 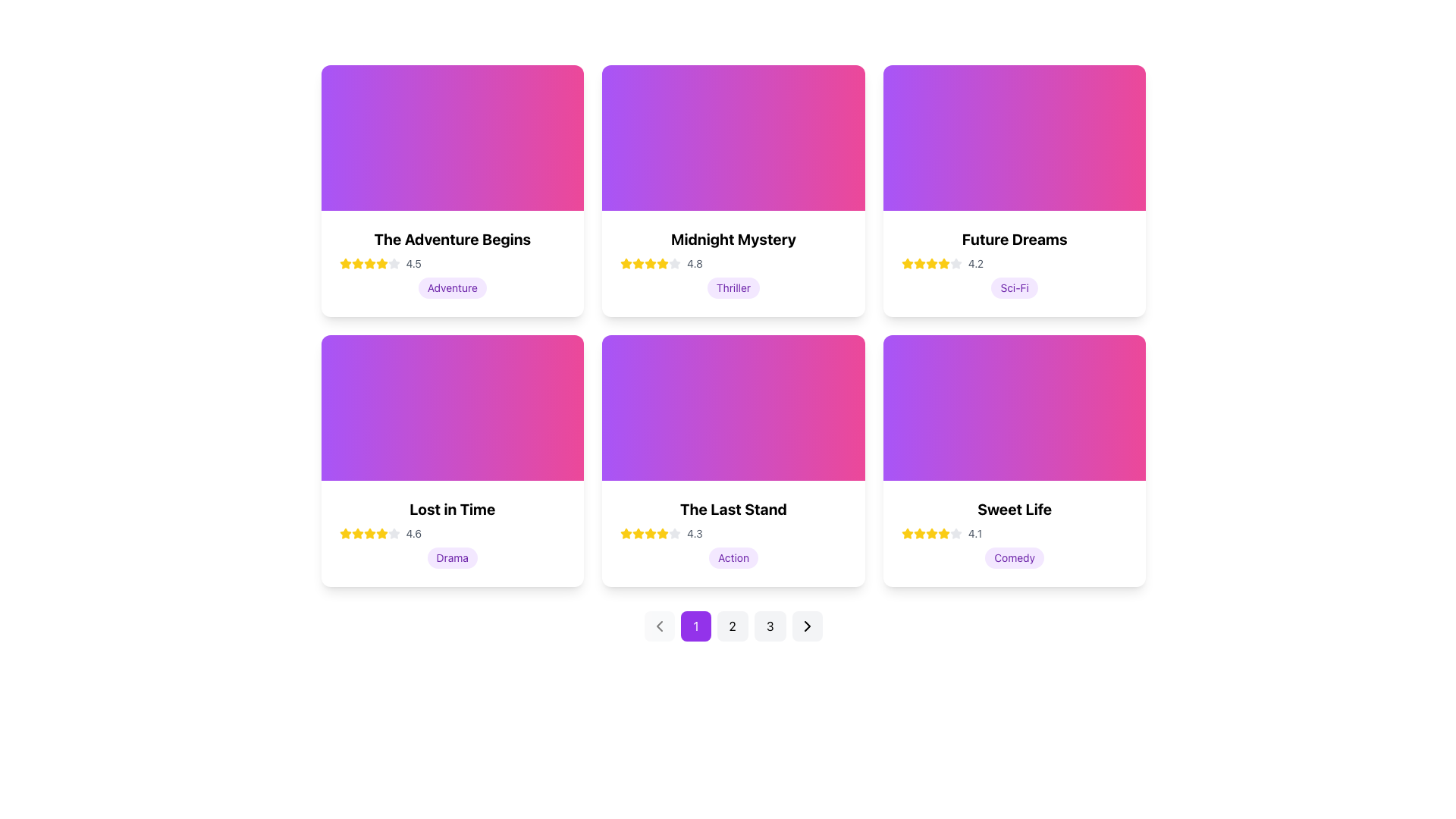 What do you see at coordinates (674, 533) in the screenshot?
I see `the fifth rating star icon for the card titled 'The Last Stand', which is unselected and has a gray fill and outline, located in the second row, second column of the grid layout` at bounding box center [674, 533].